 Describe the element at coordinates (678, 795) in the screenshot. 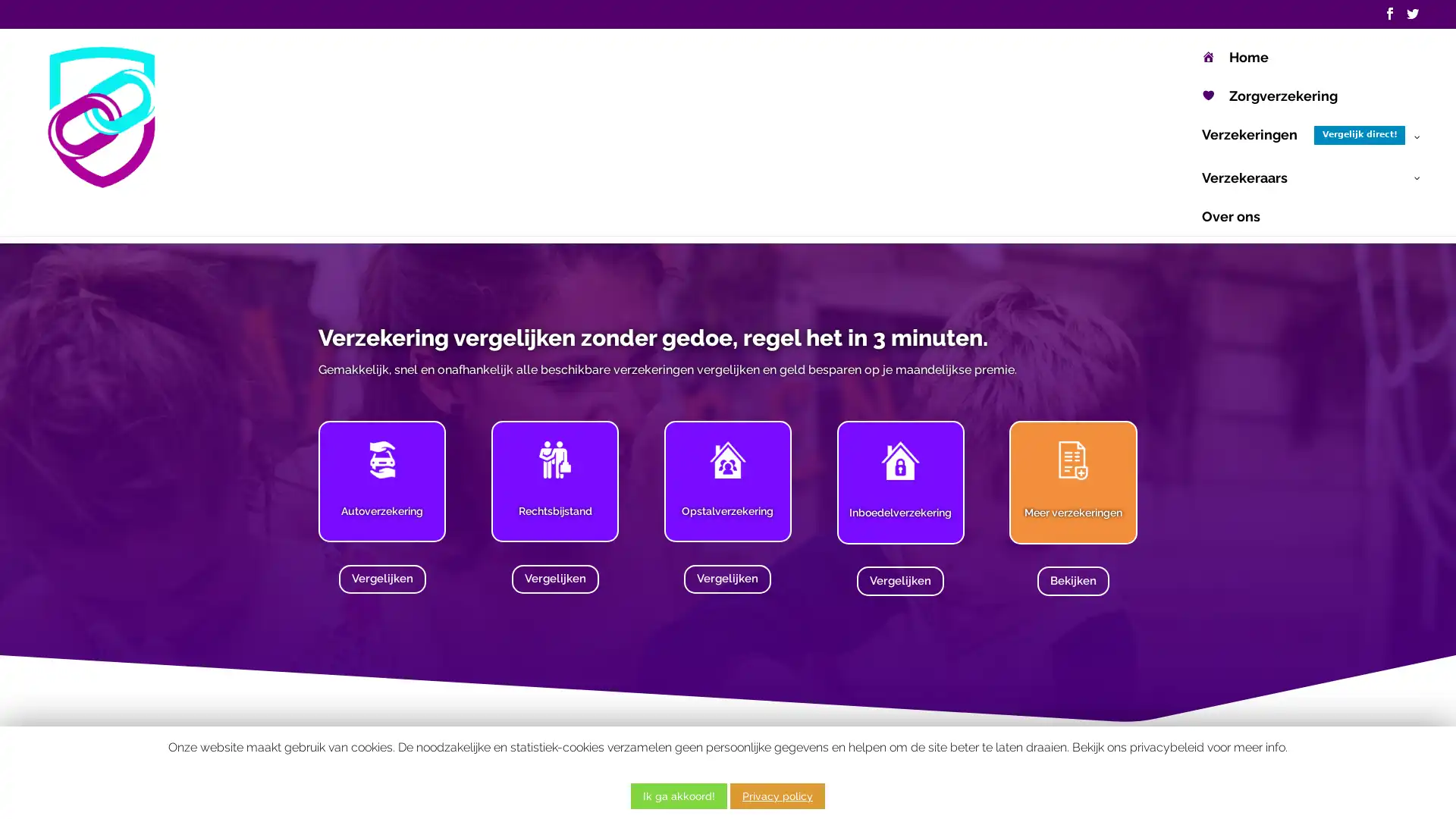

I see `Ik ga akkoord!` at that location.